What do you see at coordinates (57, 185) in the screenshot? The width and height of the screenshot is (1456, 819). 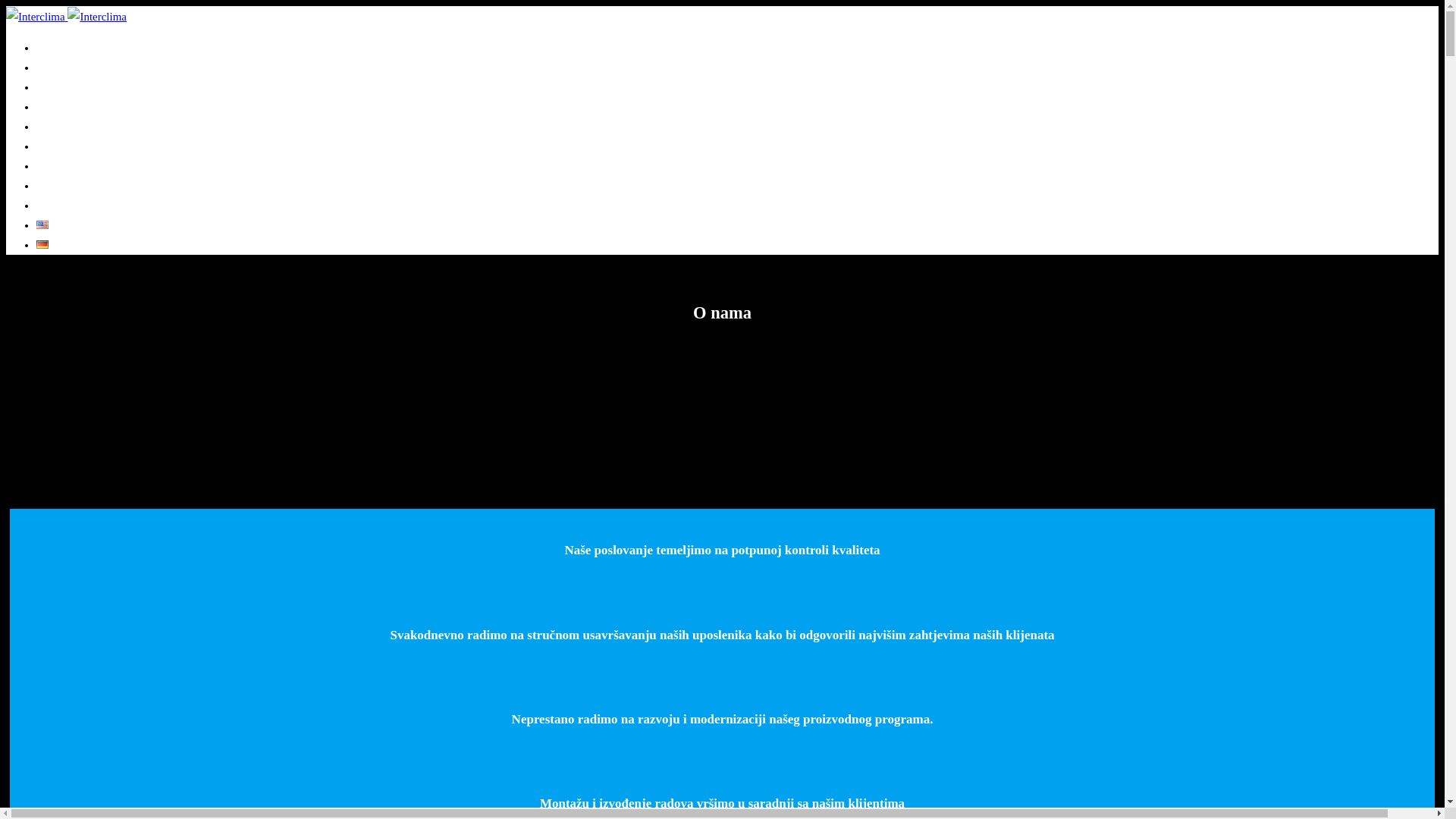 I see `'Katalozi'` at bounding box center [57, 185].